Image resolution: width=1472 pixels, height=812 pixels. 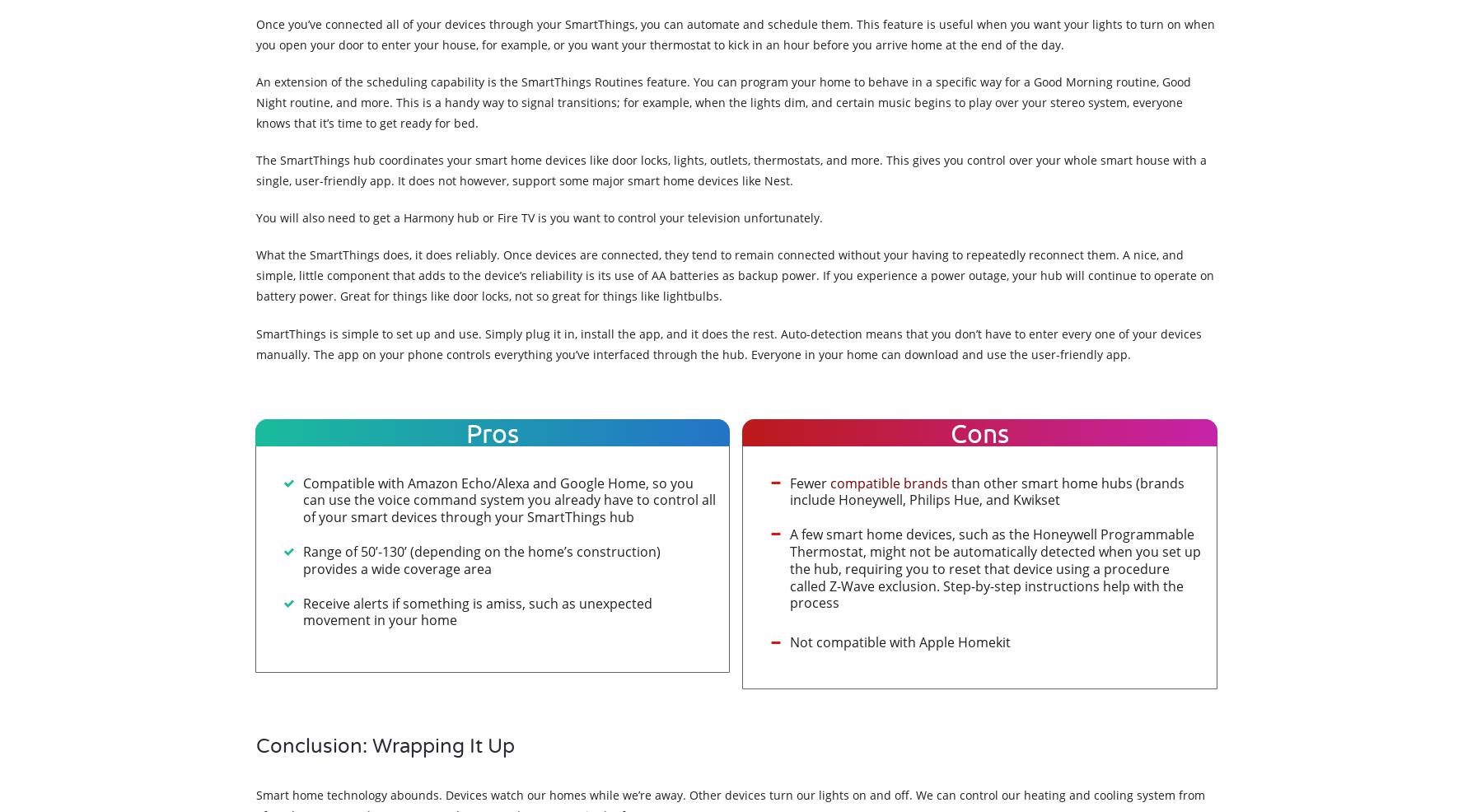 I want to click on 'Fewer', so click(x=809, y=482).